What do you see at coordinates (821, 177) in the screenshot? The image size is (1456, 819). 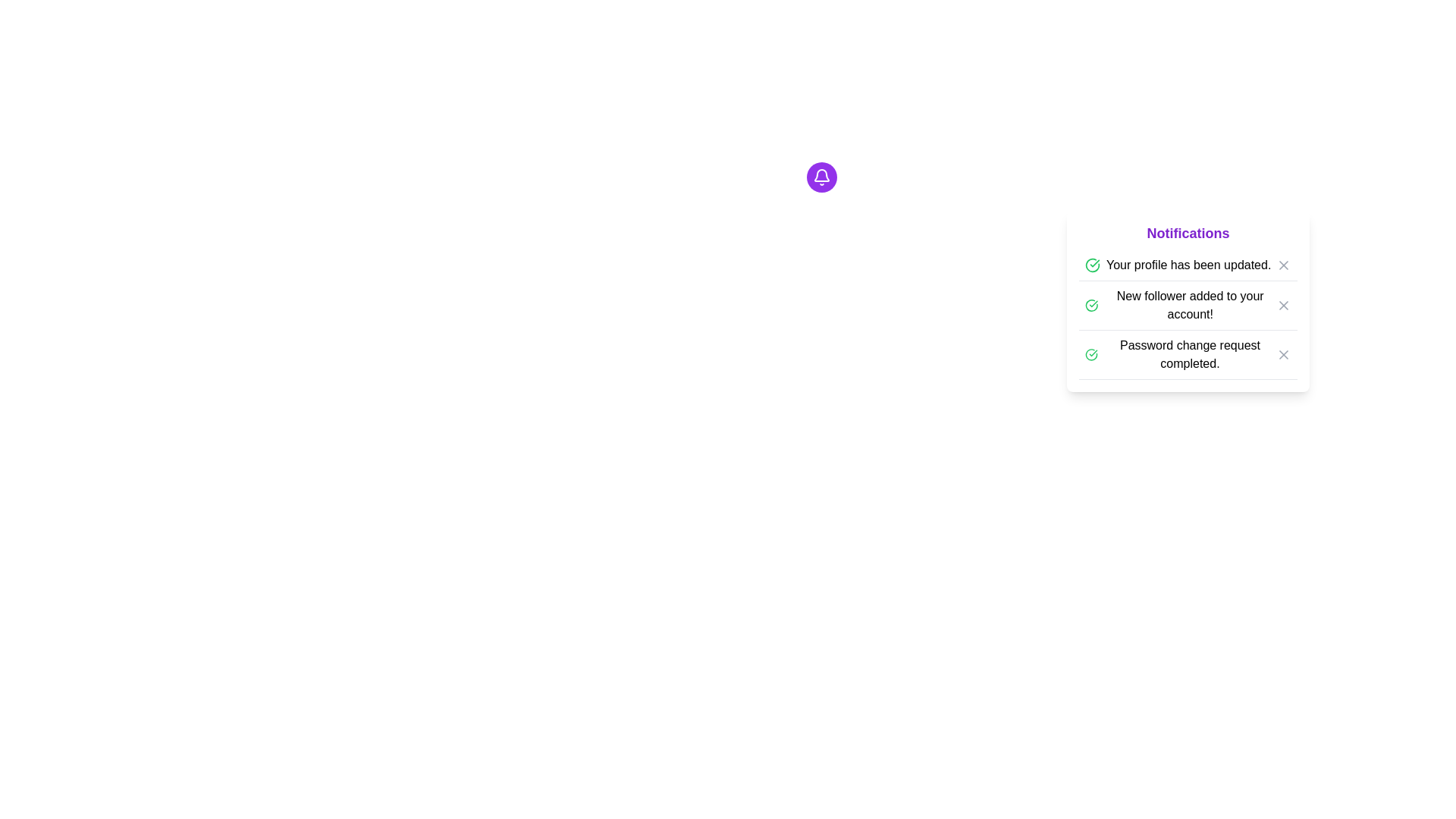 I see `the notification bell icon, which is a stylized bell shape outlined in white and set against a circular purple background` at bounding box center [821, 177].